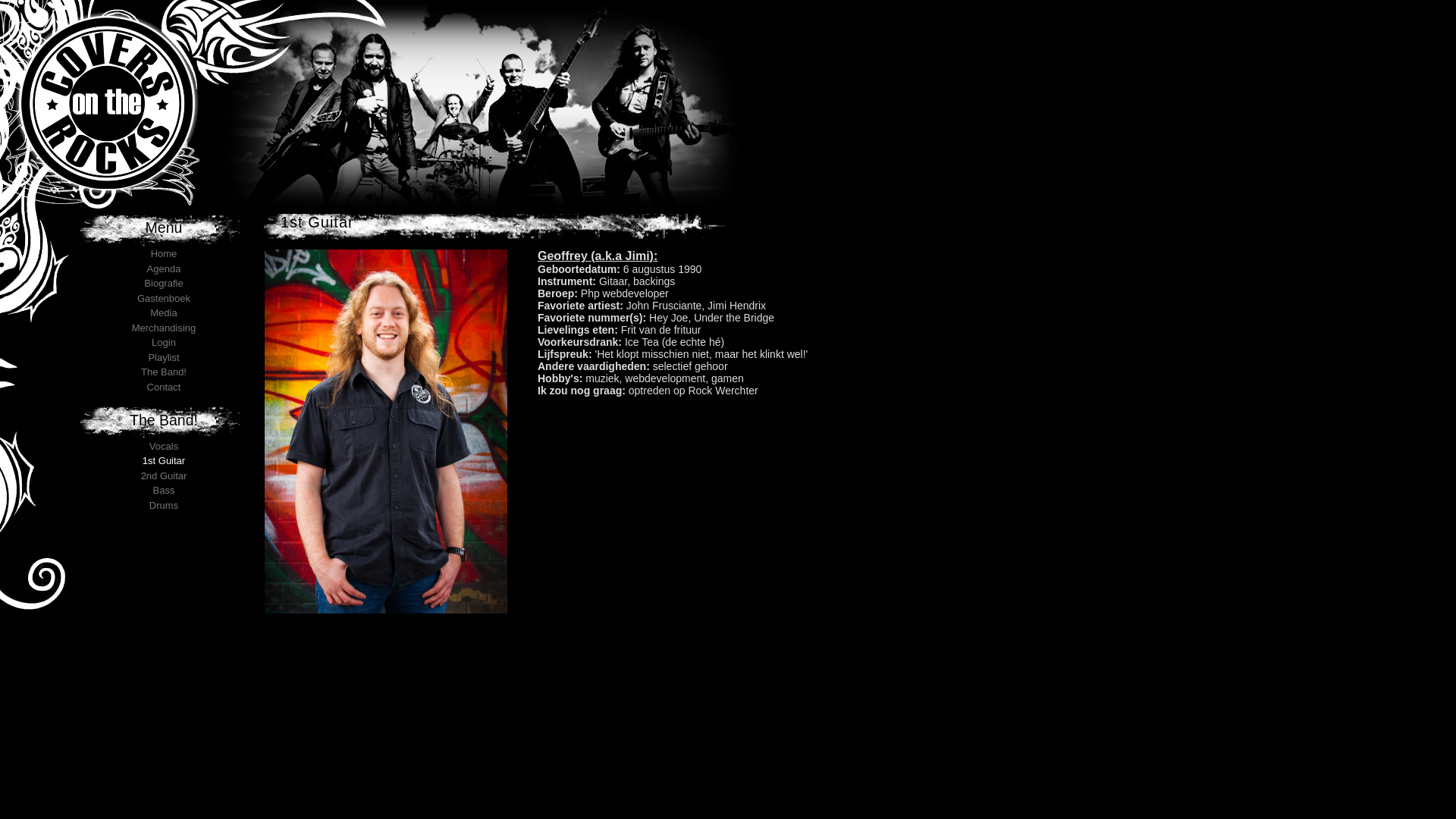 The height and width of the screenshot is (819, 1456). Describe the element at coordinates (164, 505) in the screenshot. I see `'Drums'` at that location.